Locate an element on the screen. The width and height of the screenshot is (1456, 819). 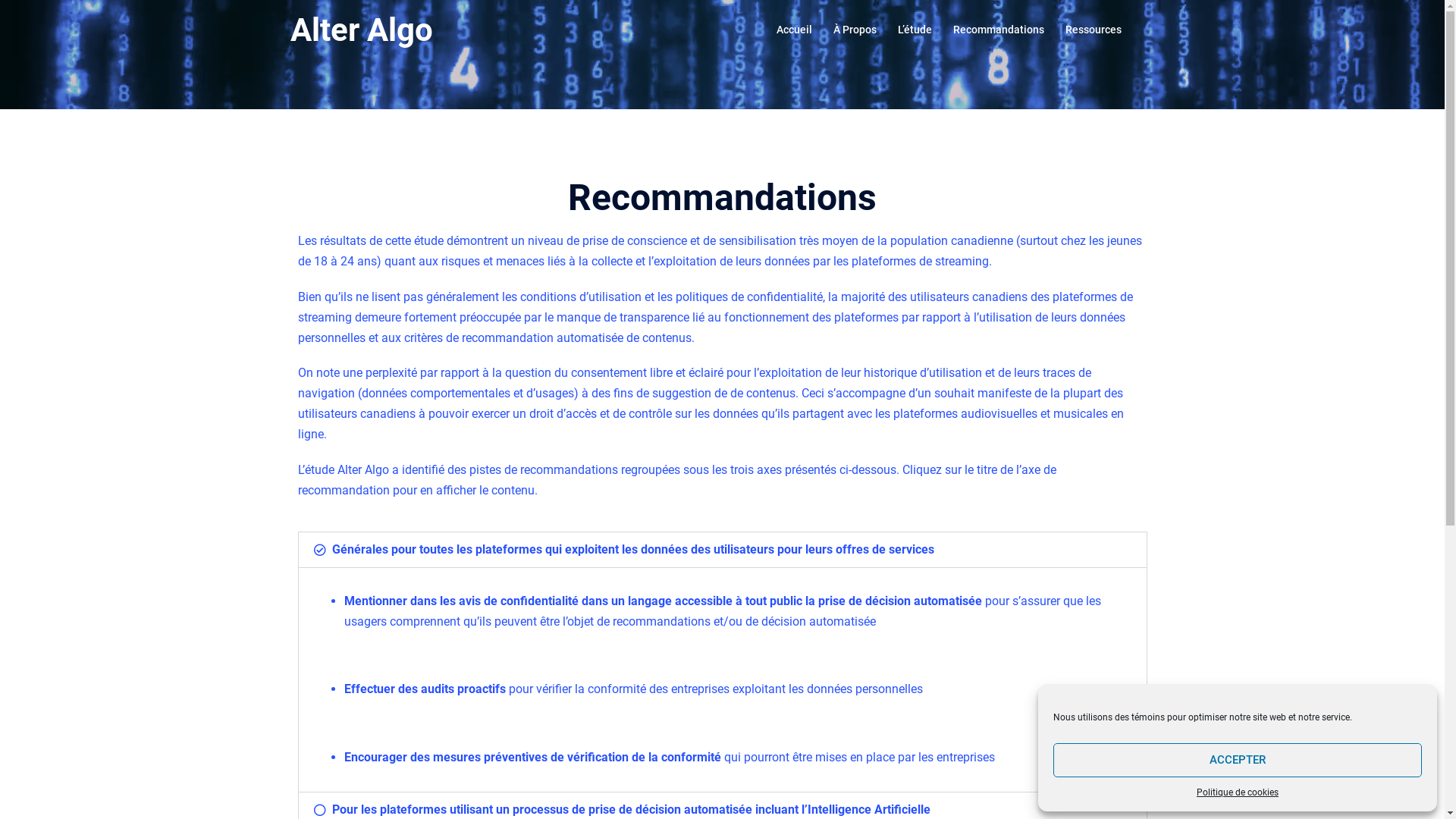
'Alter Algo' is located at coordinates (290, 30).